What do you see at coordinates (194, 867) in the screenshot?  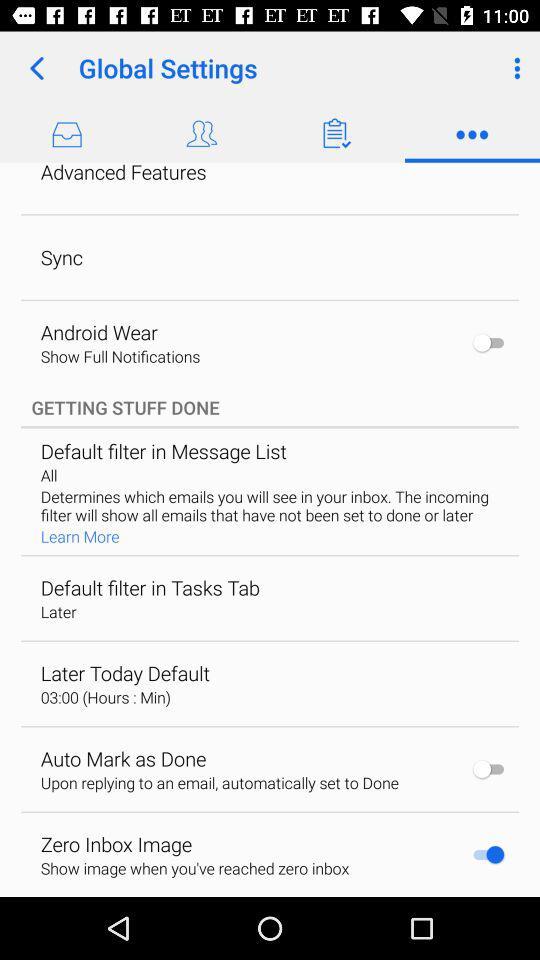 I see `the show image when icon` at bounding box center [194, 867].